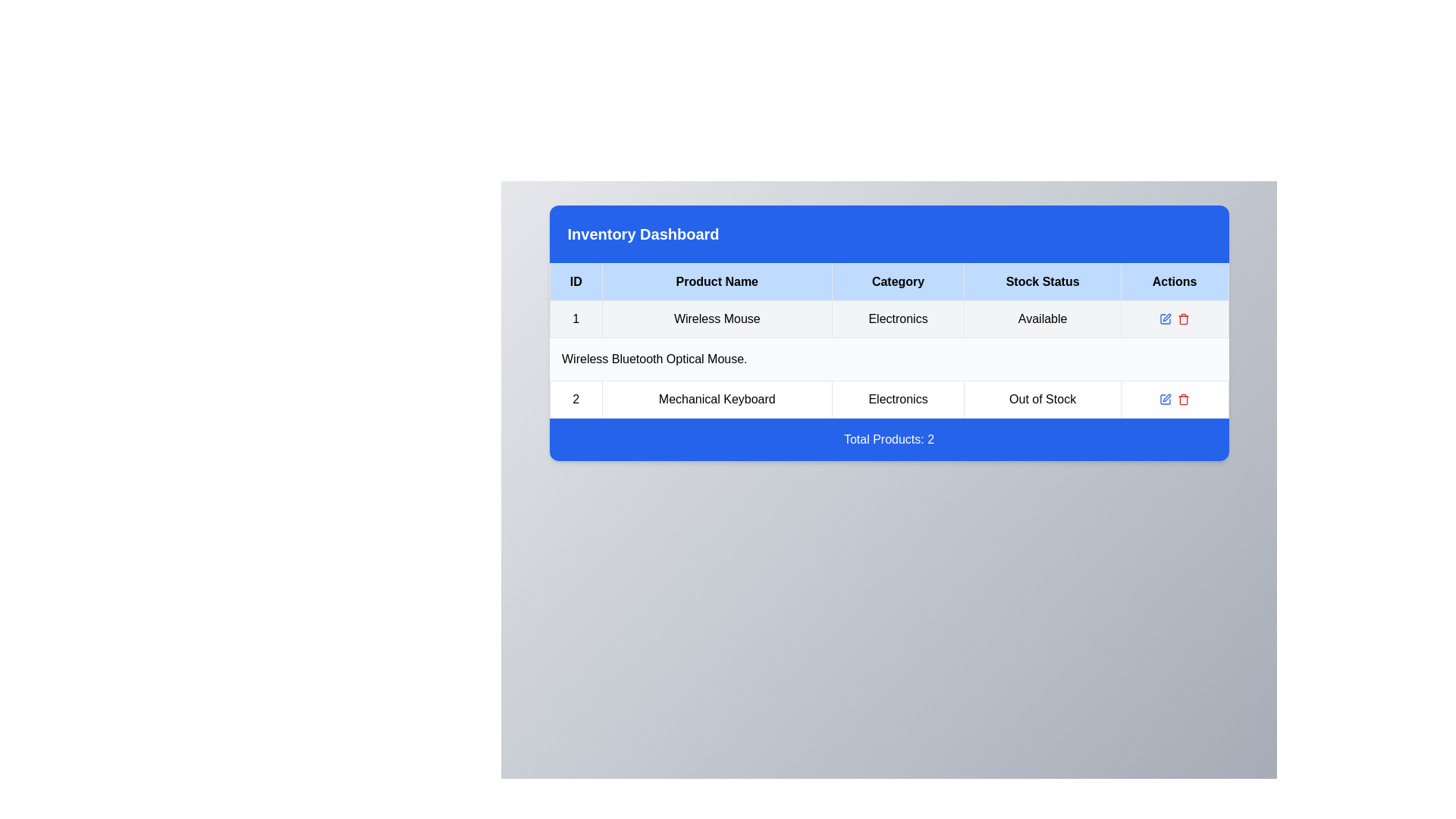 Image resolution: width=1456 pixels, height=819 pixels. Describe the element at coordinates (898, 281) in the screenshot. I see `the Table Header Cell labeled 'Category', which is the third column in the header row of the table, to interact with it` at that location.